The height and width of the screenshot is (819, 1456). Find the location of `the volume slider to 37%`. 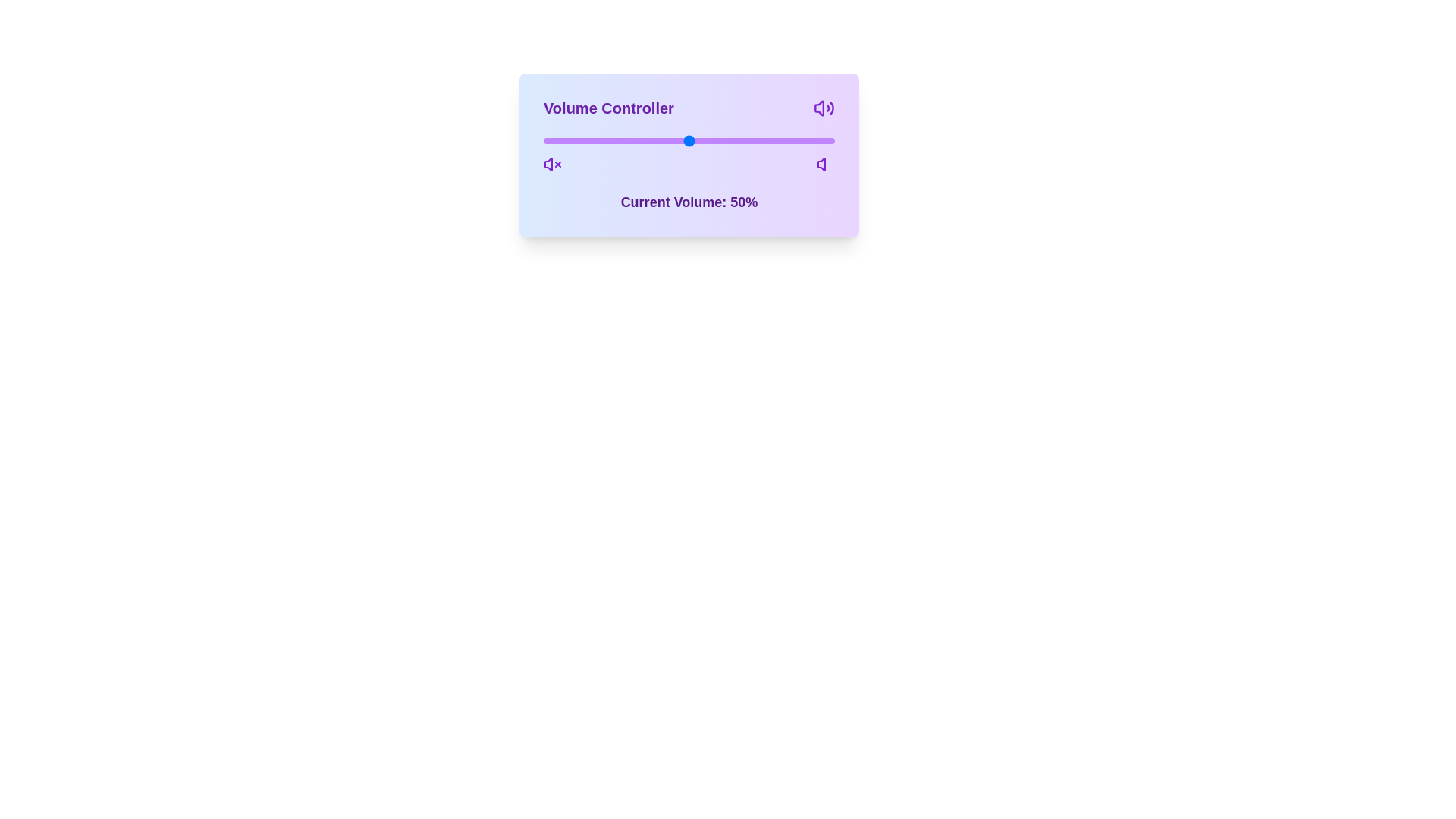

the volume slider to 37% is located at coordinates (651, 140).